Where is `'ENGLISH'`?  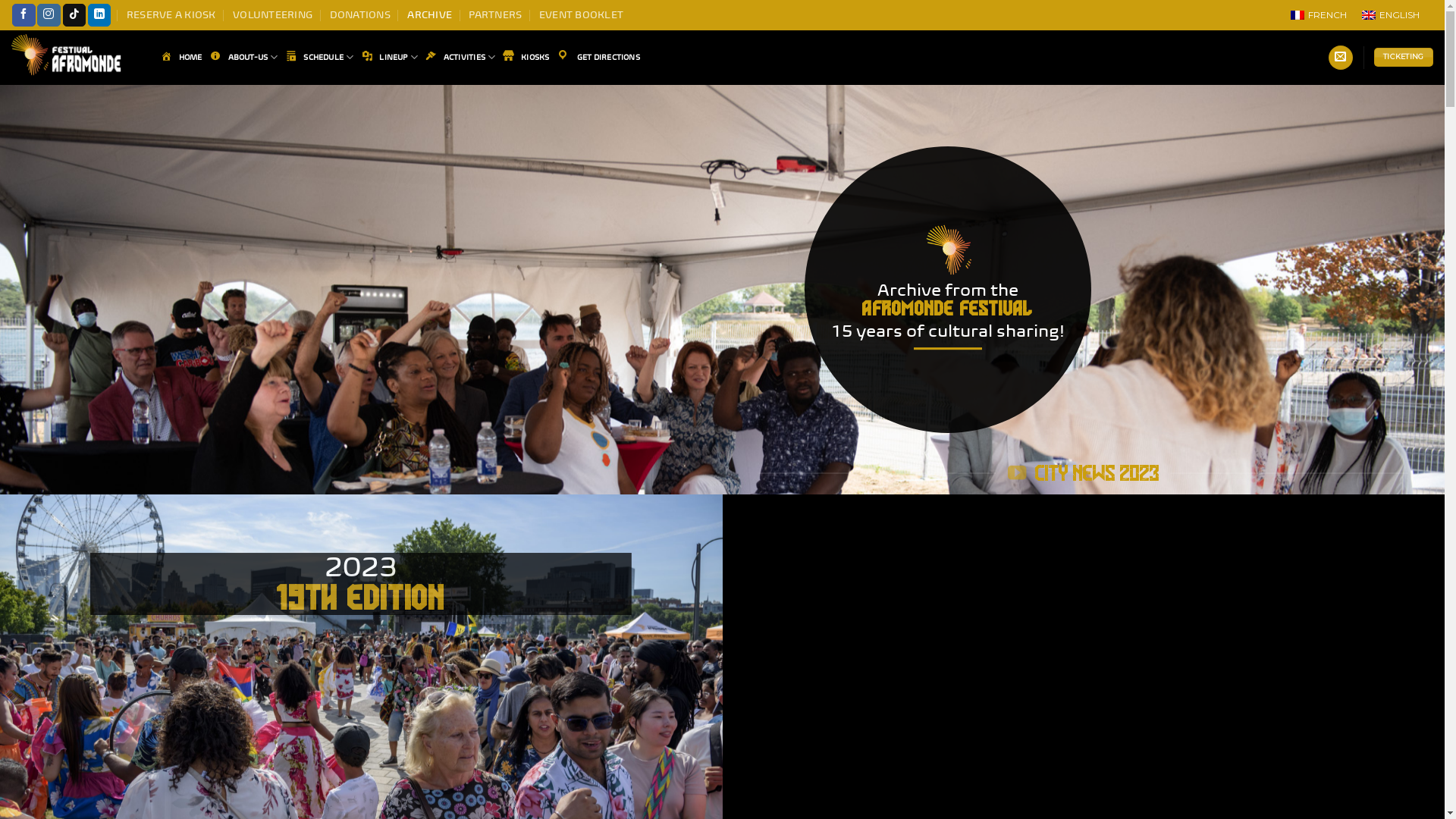
'ENGLISH' is located at coordinates (1354, 14).